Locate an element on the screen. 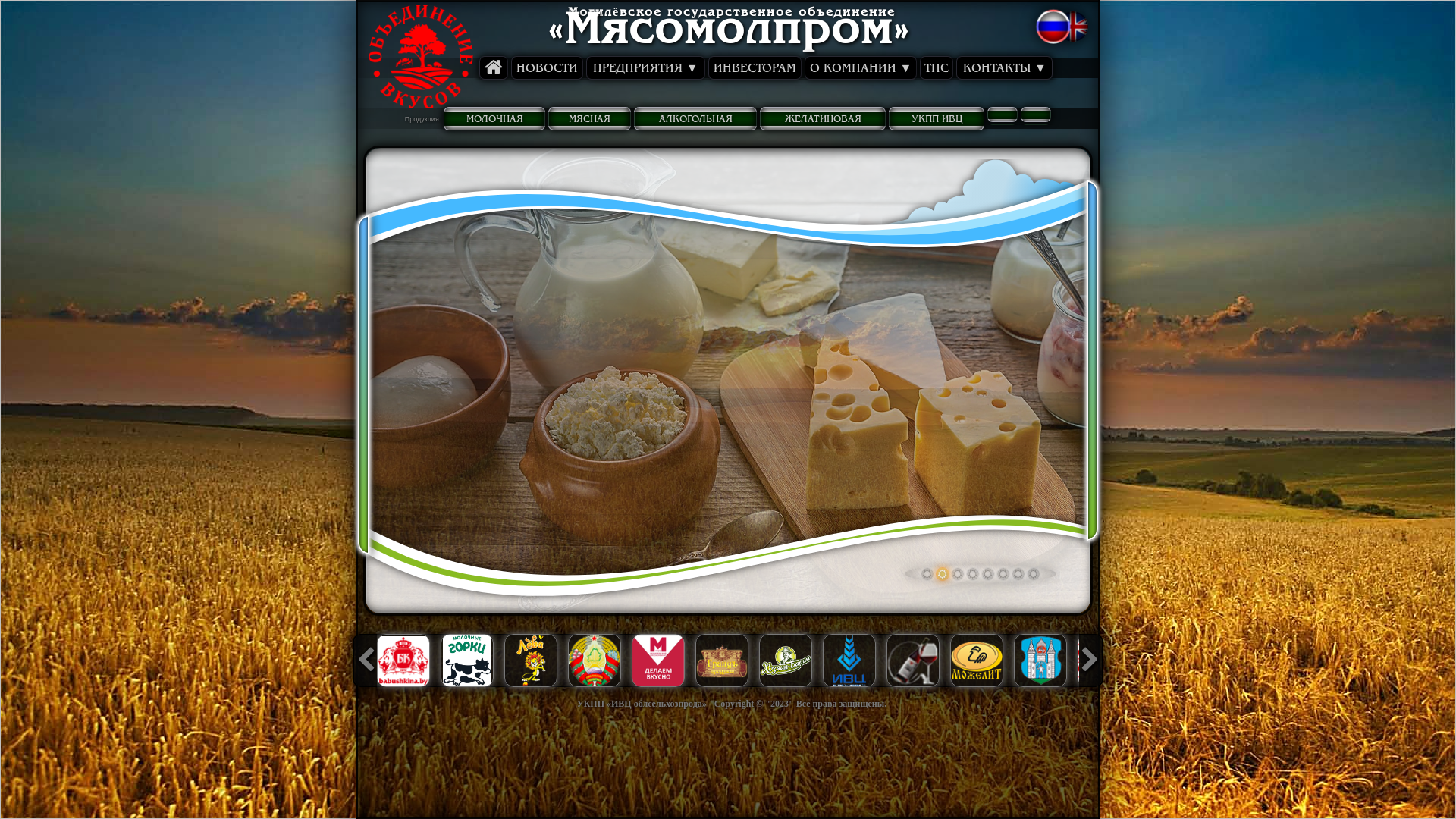  'English language' is located at coordinates (1076, 30).